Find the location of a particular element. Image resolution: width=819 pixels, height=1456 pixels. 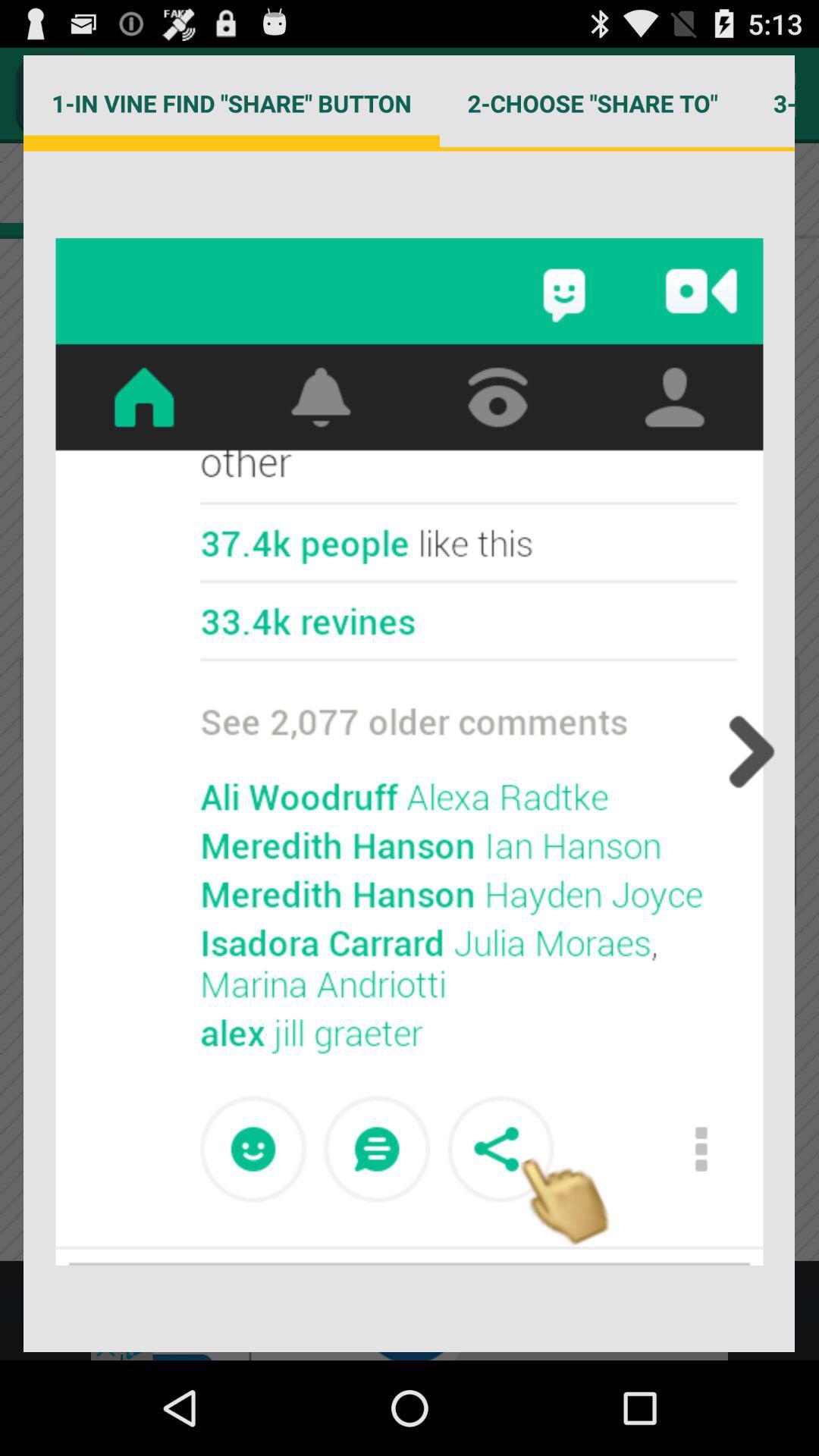

the icon to the right of 2 choose share is located at coordinates (770, 102).